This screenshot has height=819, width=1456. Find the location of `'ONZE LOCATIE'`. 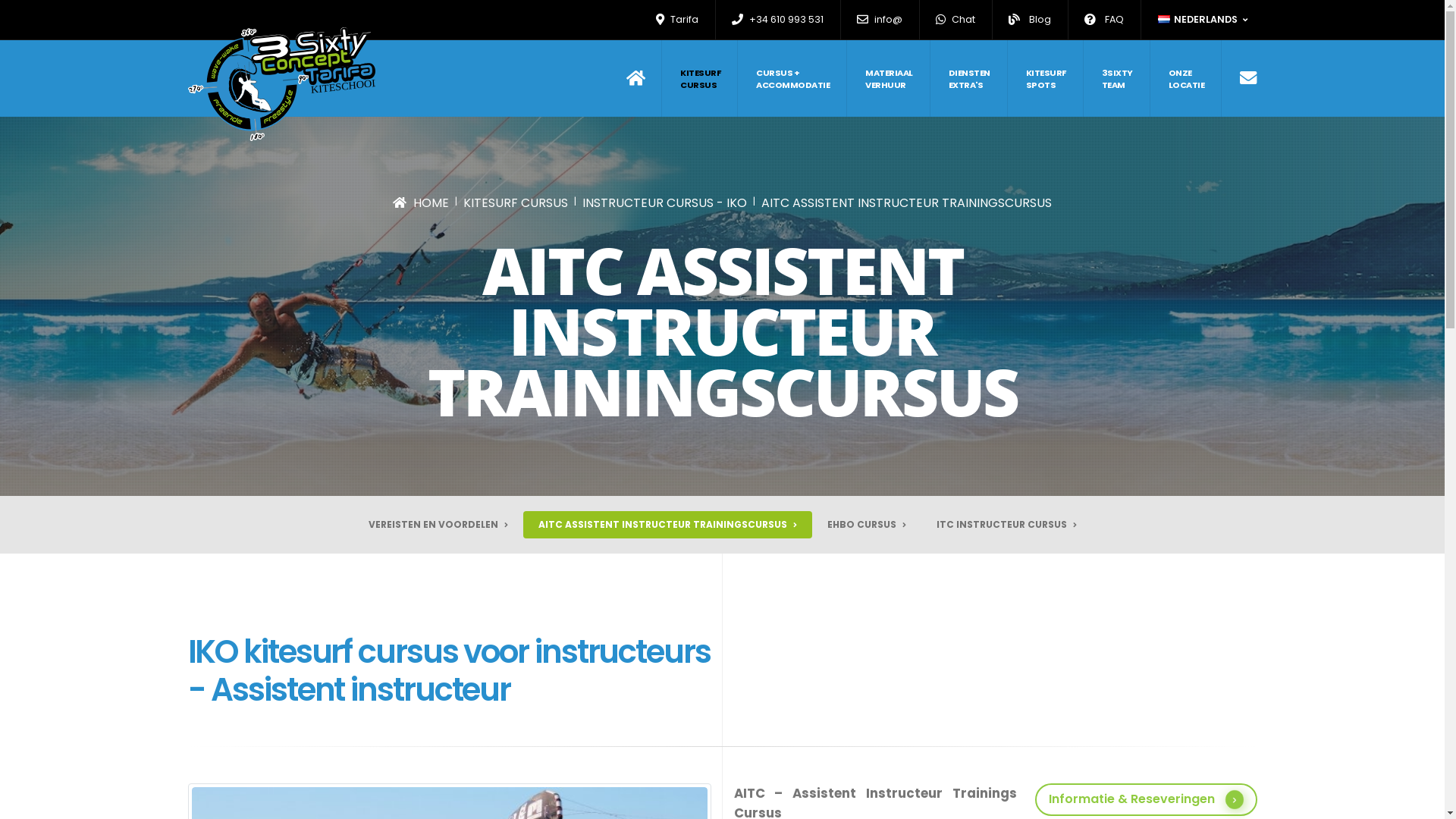

'ONZE LOCATIE' is located at coordinates (1185, 78).